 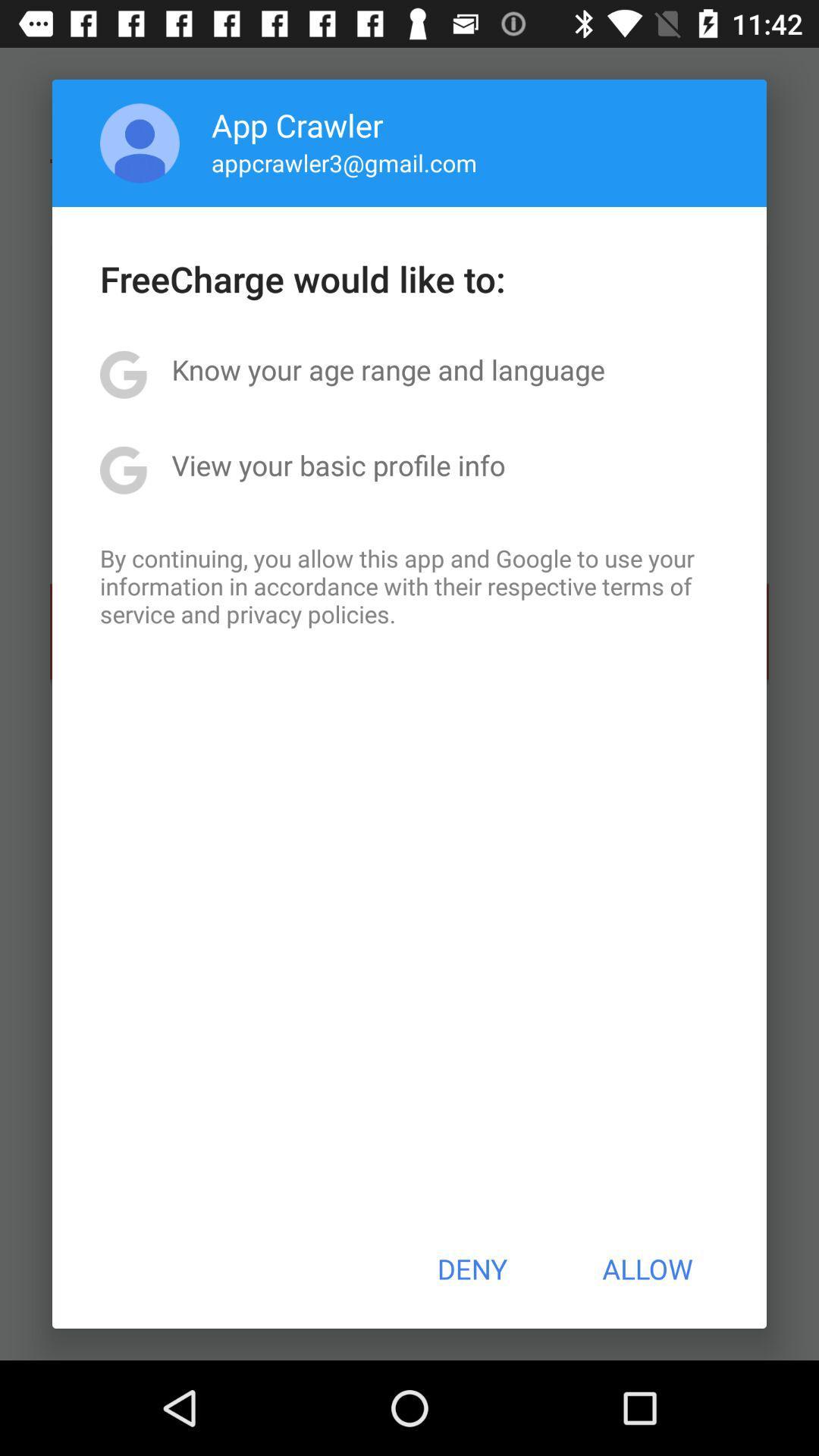 I want to click on the app below the app crawler item, so click(x=344, y=162).